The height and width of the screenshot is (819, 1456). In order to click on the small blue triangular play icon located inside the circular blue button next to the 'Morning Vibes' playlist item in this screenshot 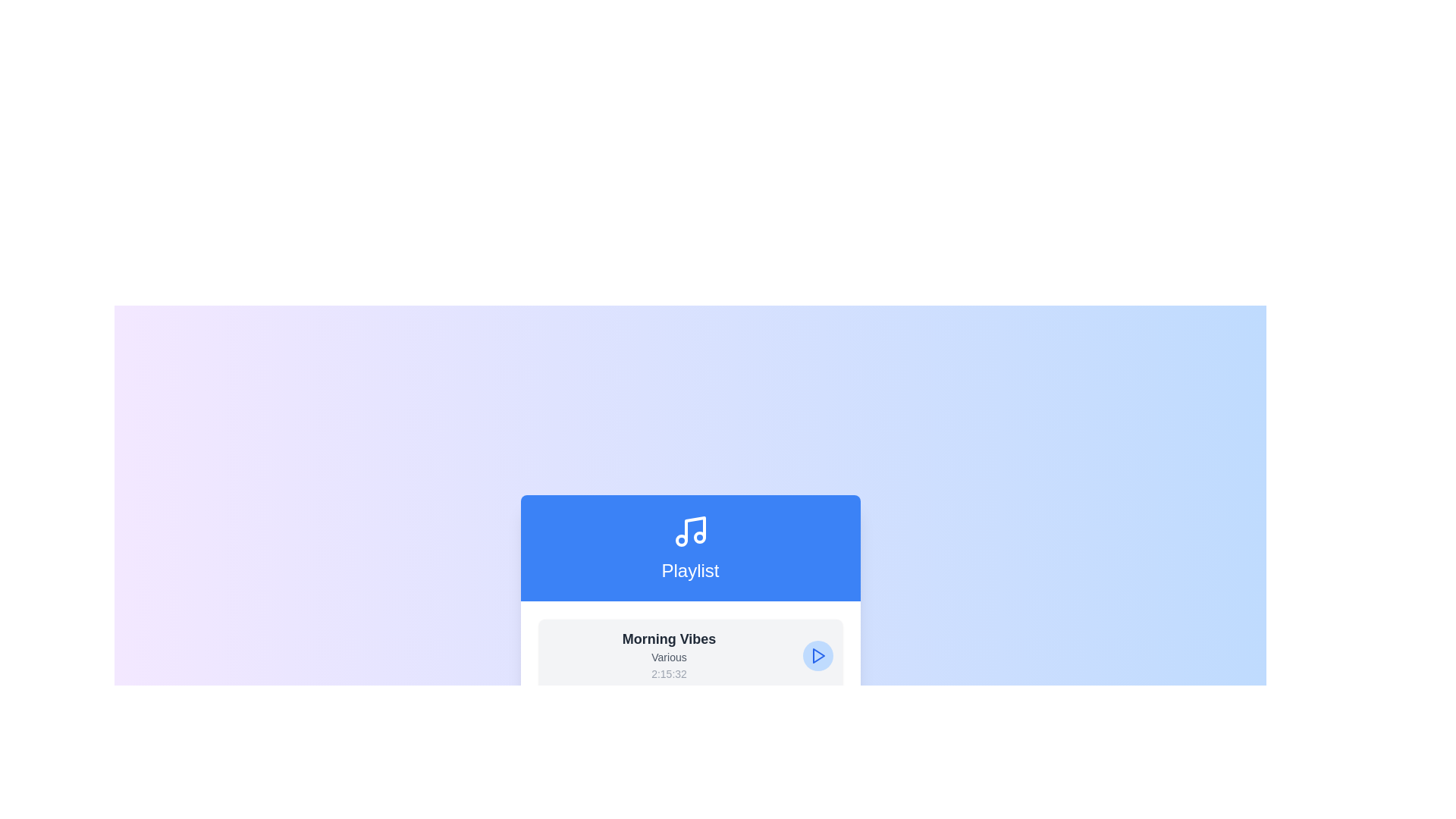, I will do `click(817, 654)`.